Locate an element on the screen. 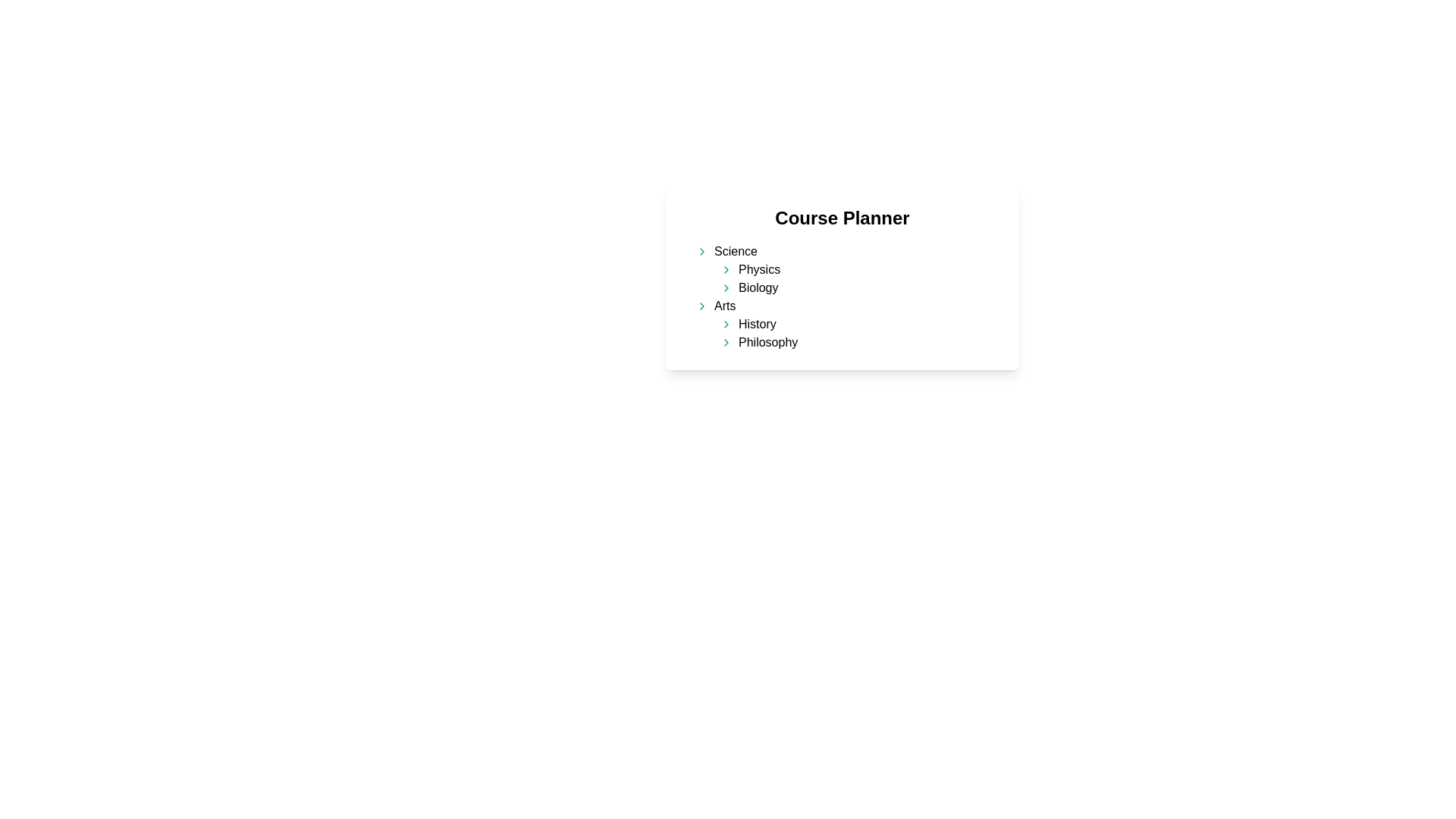 This screenshot has height=819, width=1456. the right-pointing chevron icon with a green stroke next to the text 'Physics' is located at coordinates (726, 268).